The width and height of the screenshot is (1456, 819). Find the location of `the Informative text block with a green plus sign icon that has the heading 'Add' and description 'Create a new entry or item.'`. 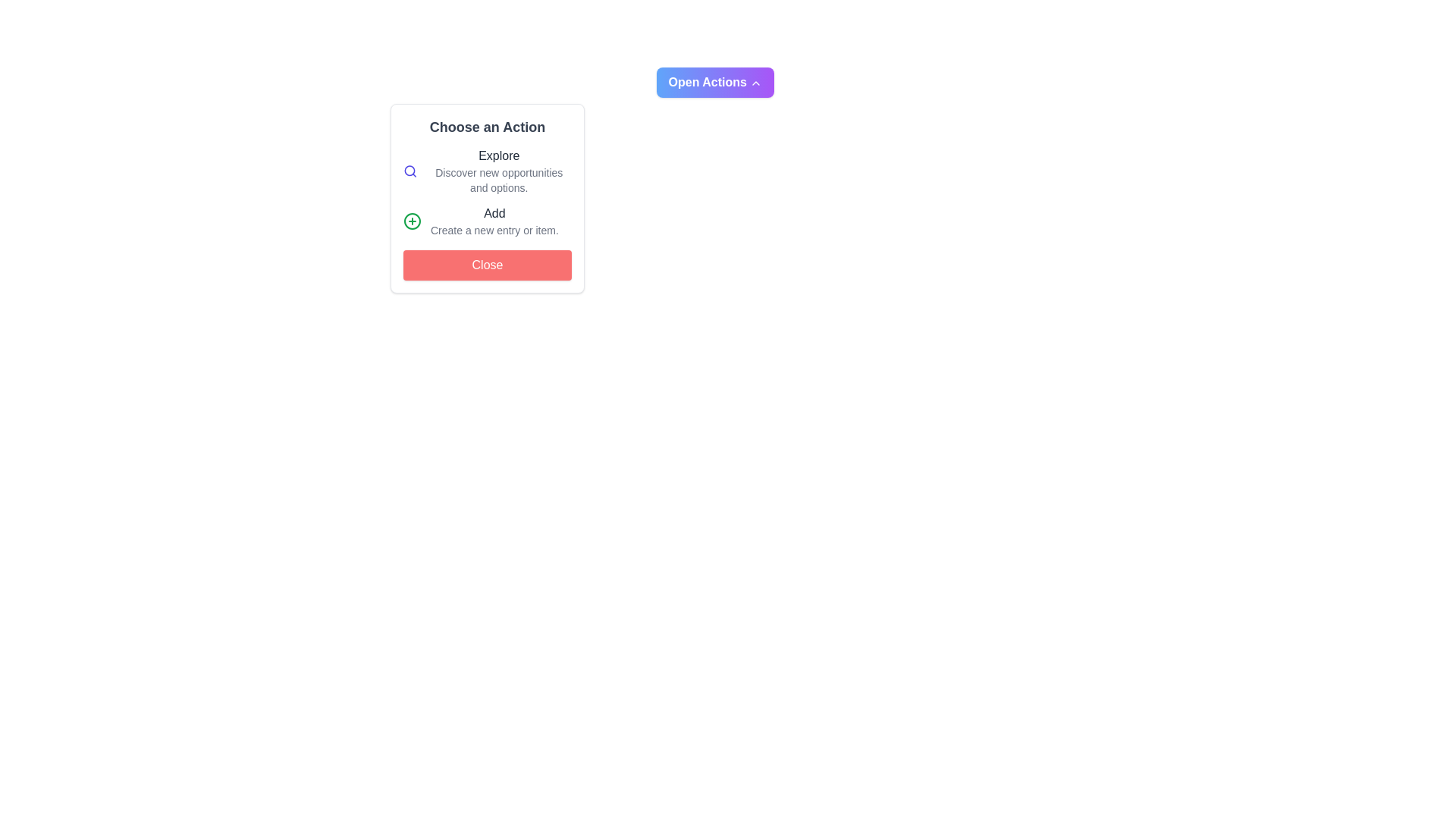

the Informative text block with a green plus sign icon that has the heading 'Add' and description 'Create a new entry or item.' is located at coordinates (488, 221).